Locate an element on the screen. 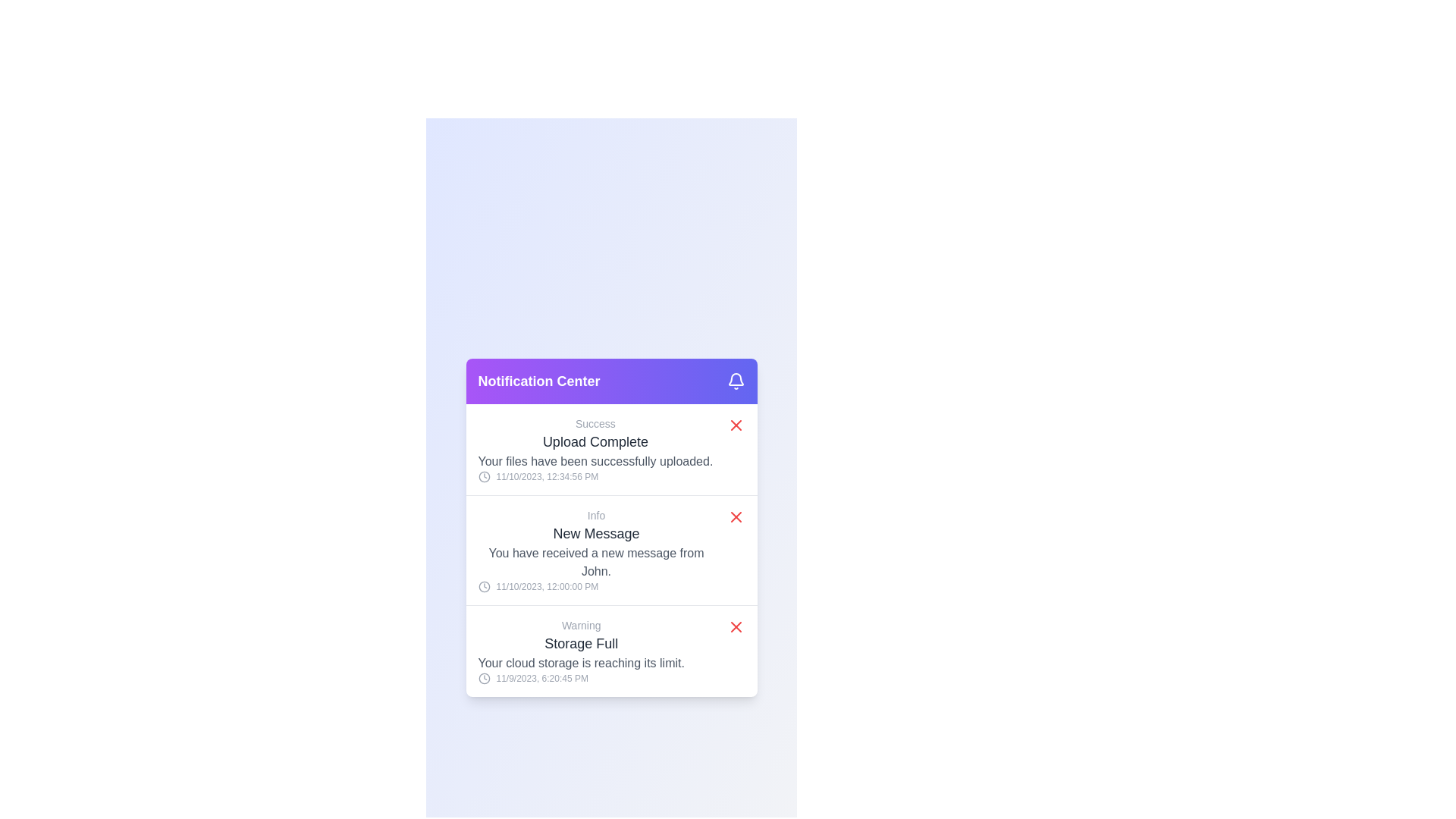 The image size is (1456, 819). descriptive message indicating successful file upload, which is positioned below 'Upload Complete' and above the timestamp in the notification card is located at coordinates (595, 461).